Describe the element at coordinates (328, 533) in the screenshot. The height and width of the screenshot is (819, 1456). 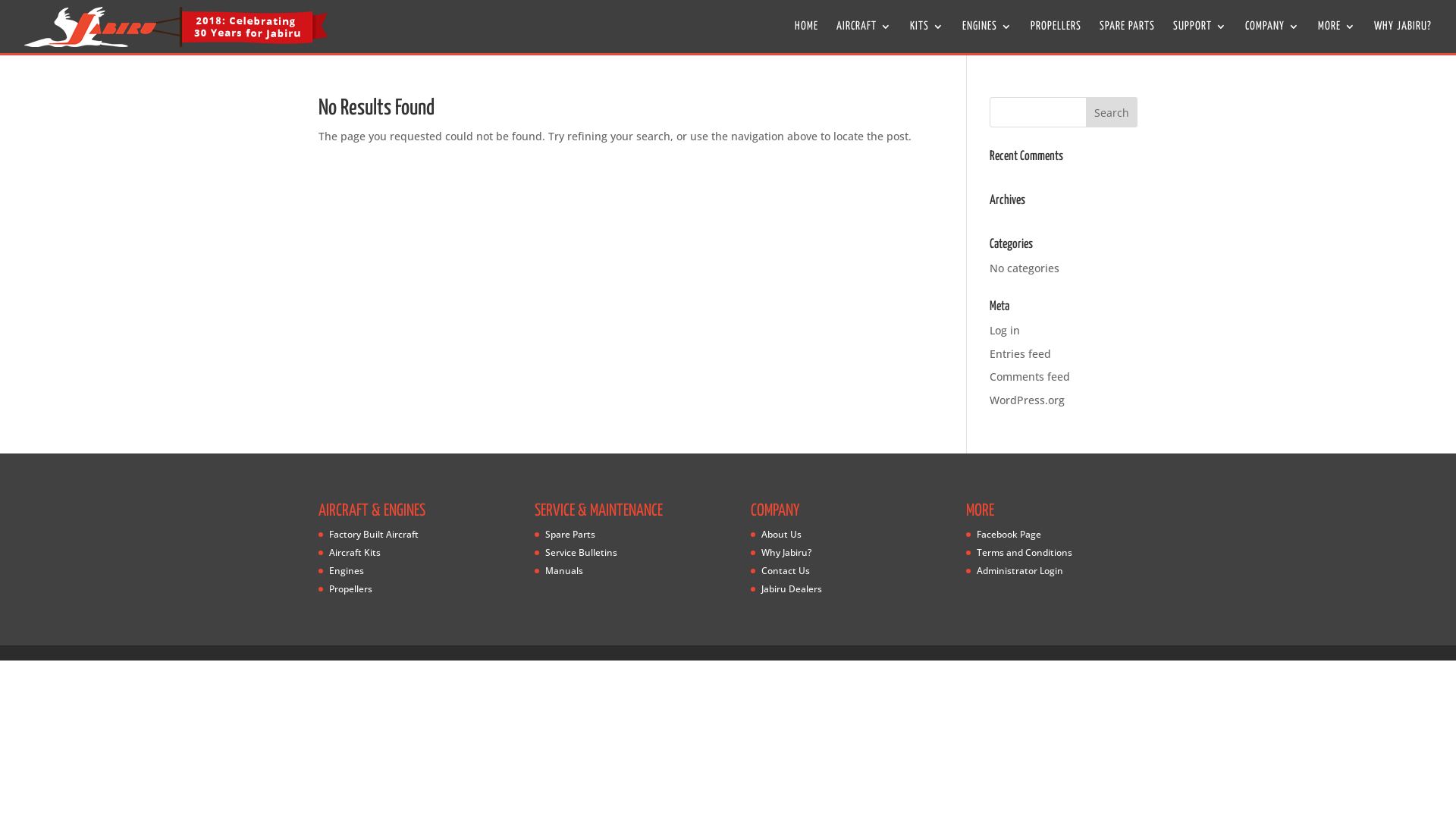
I see `'Factory Built Aircraft'` at that location.